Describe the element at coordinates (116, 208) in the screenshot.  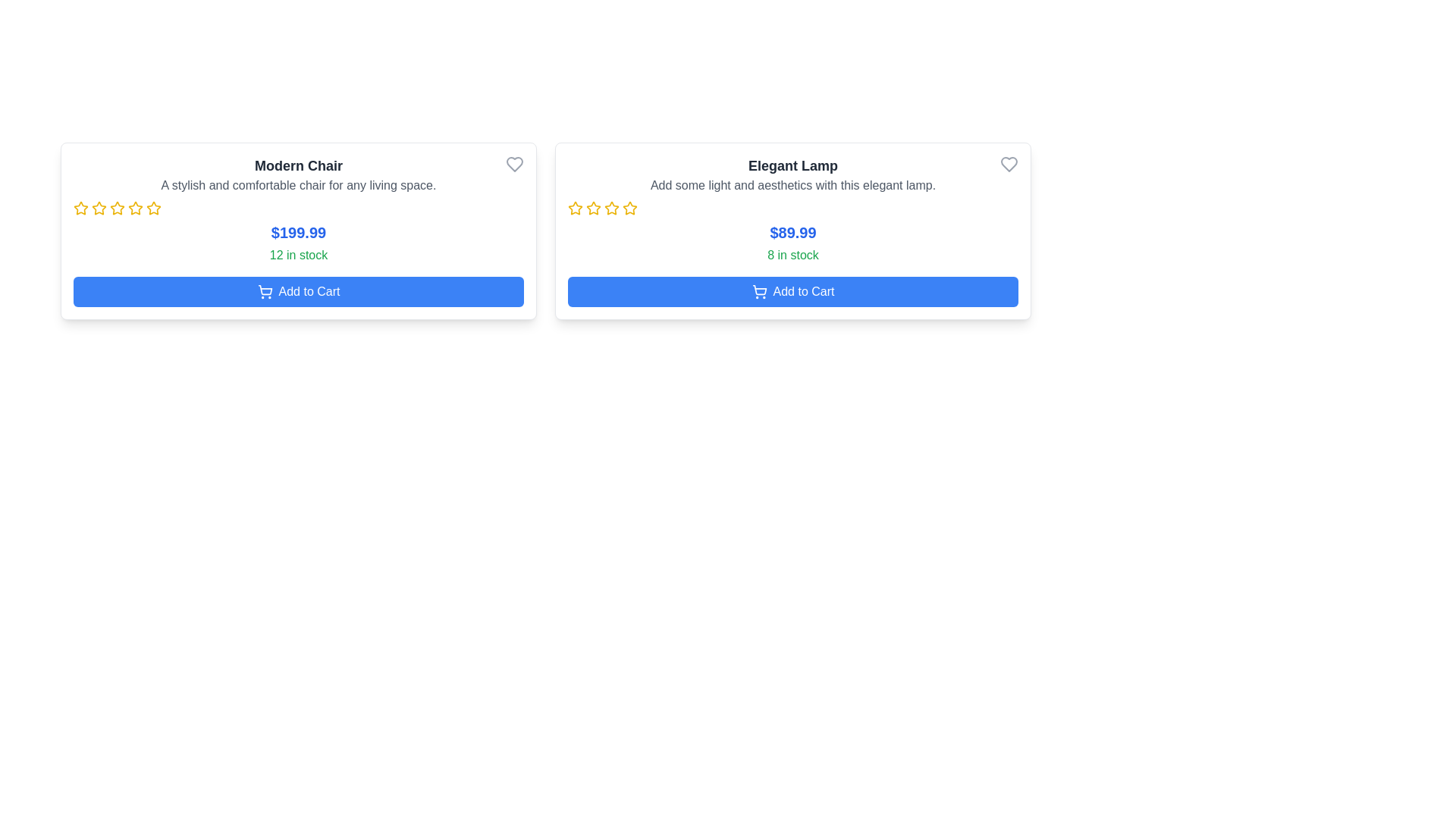
I see `the second star in the rating system below the 'Modern Chair' product description` at that location.